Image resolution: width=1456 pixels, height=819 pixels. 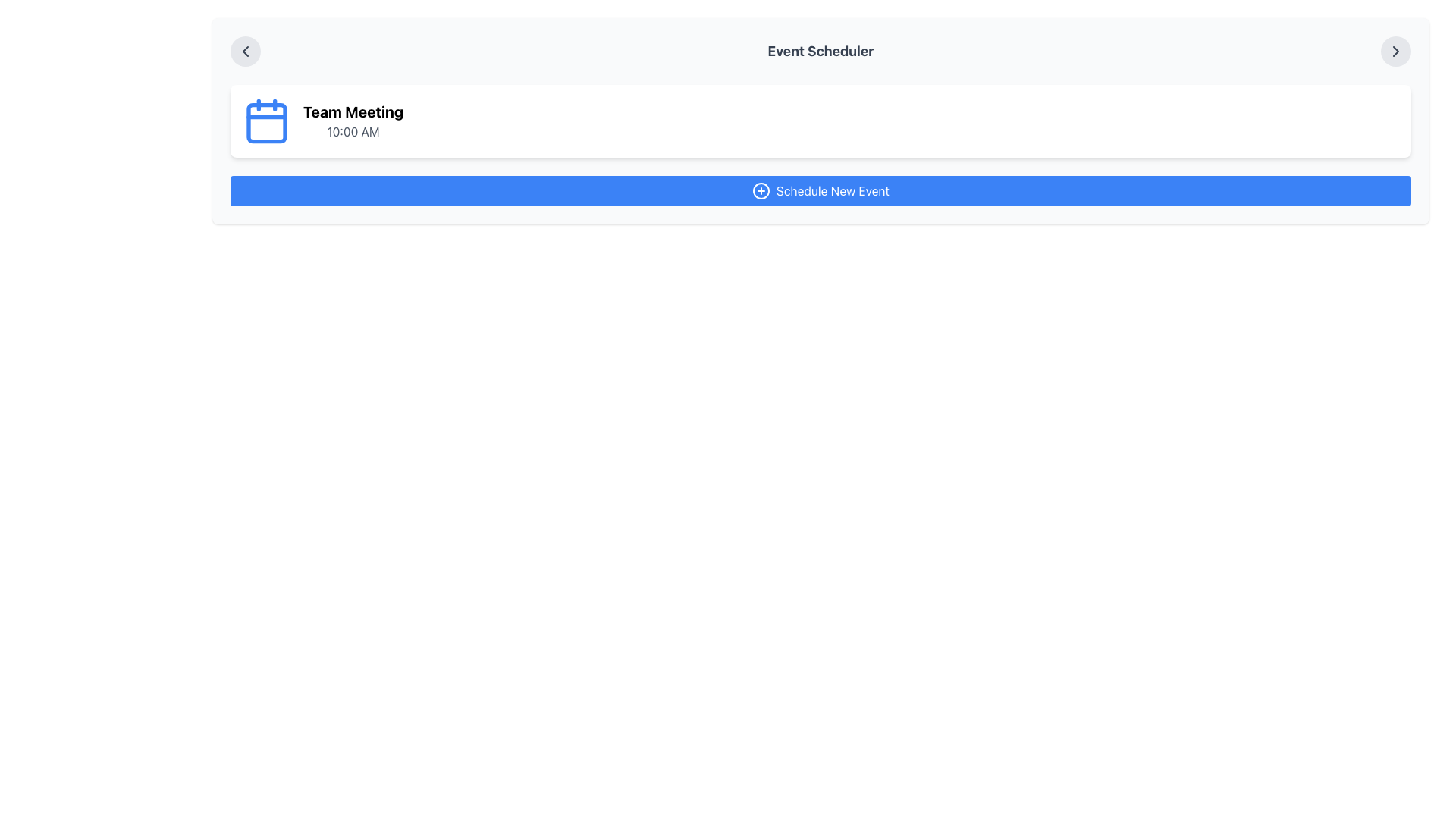 I want to click on the circular icon within the 'Schedule New Event' button, which is part of an SVG graphic and located near the left side of the button, so click(x=761, y=190).